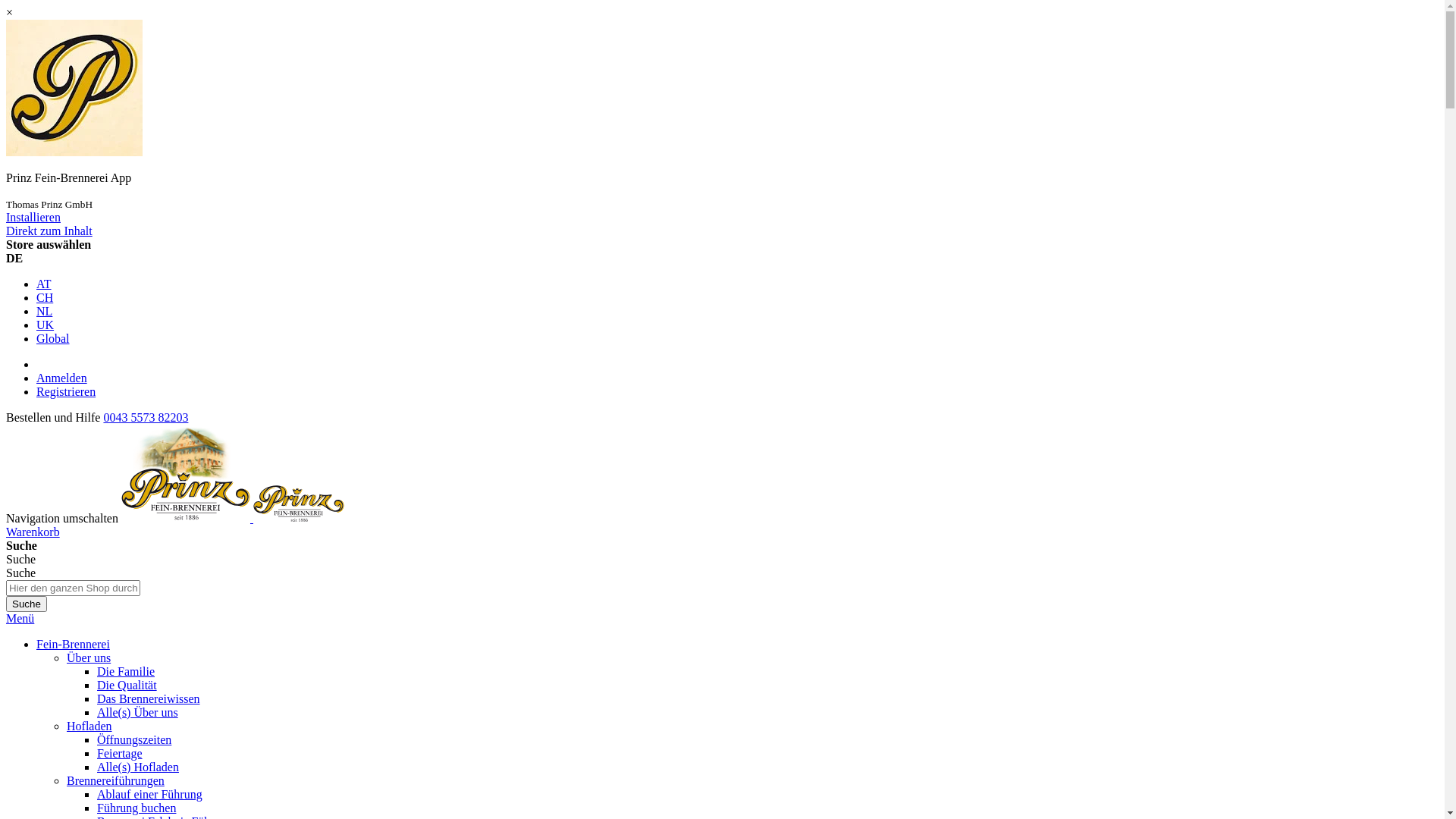  I want to click on 'Hofladen', so click(89, 725).